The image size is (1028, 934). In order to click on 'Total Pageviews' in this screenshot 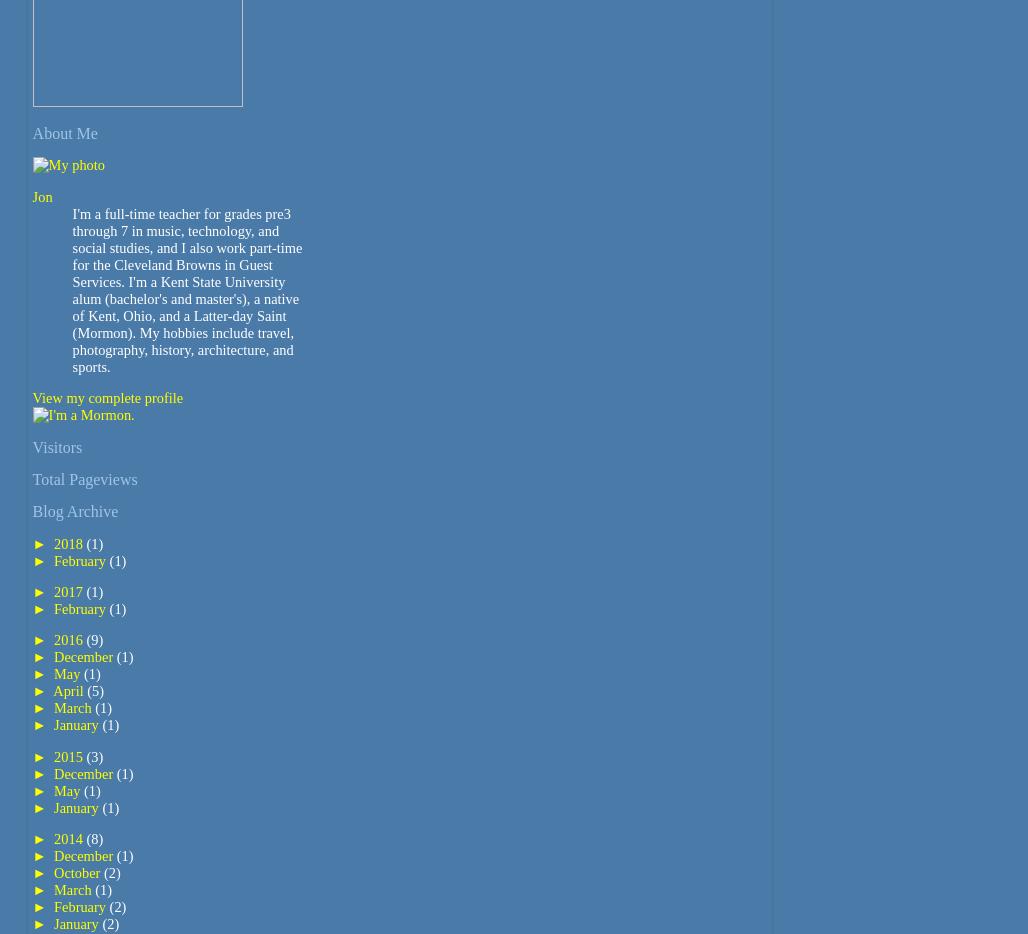, I will do `click(83, 477)`.